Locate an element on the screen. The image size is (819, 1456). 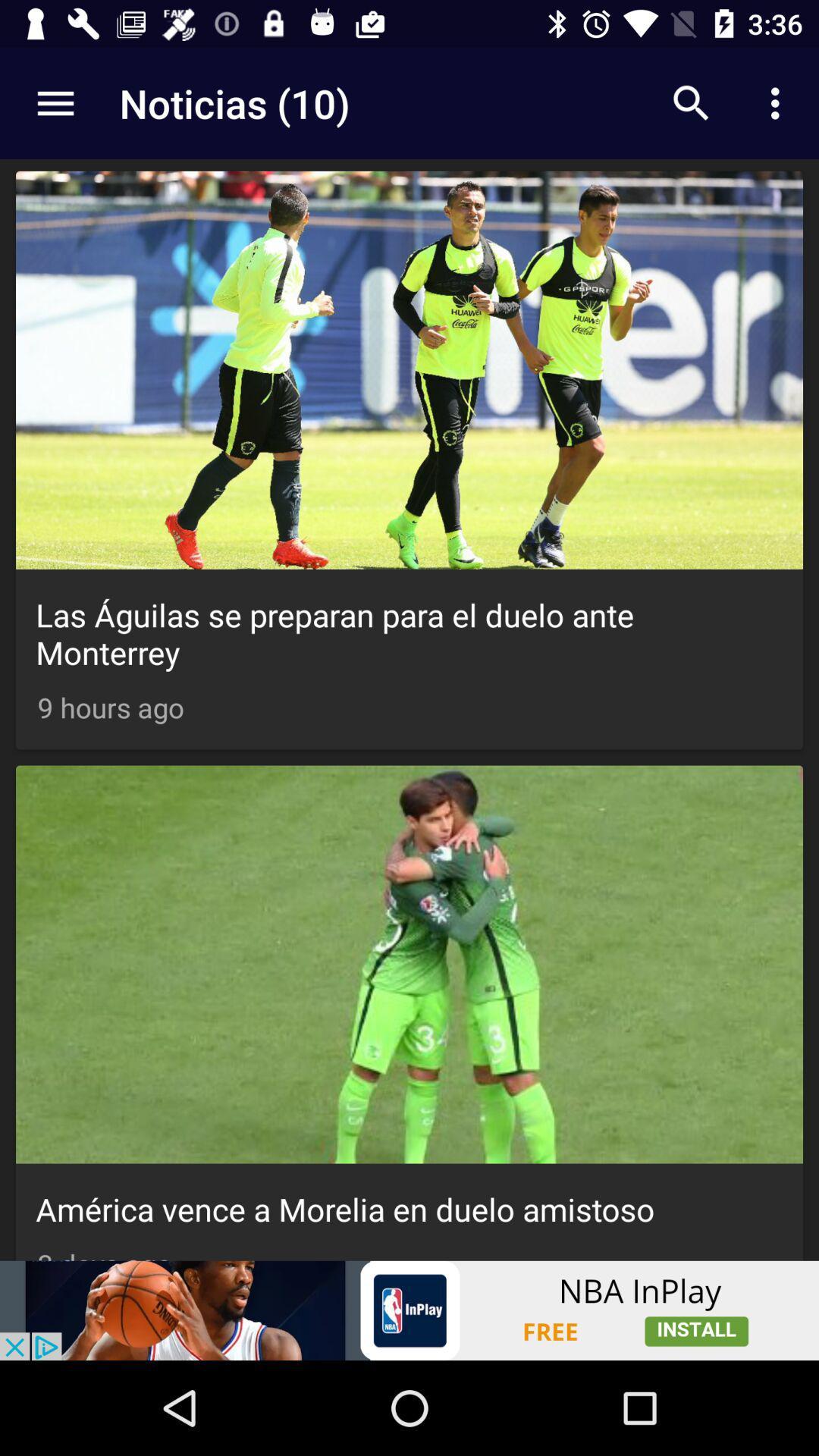
see advertisement is located at coordinates (409, 1310).